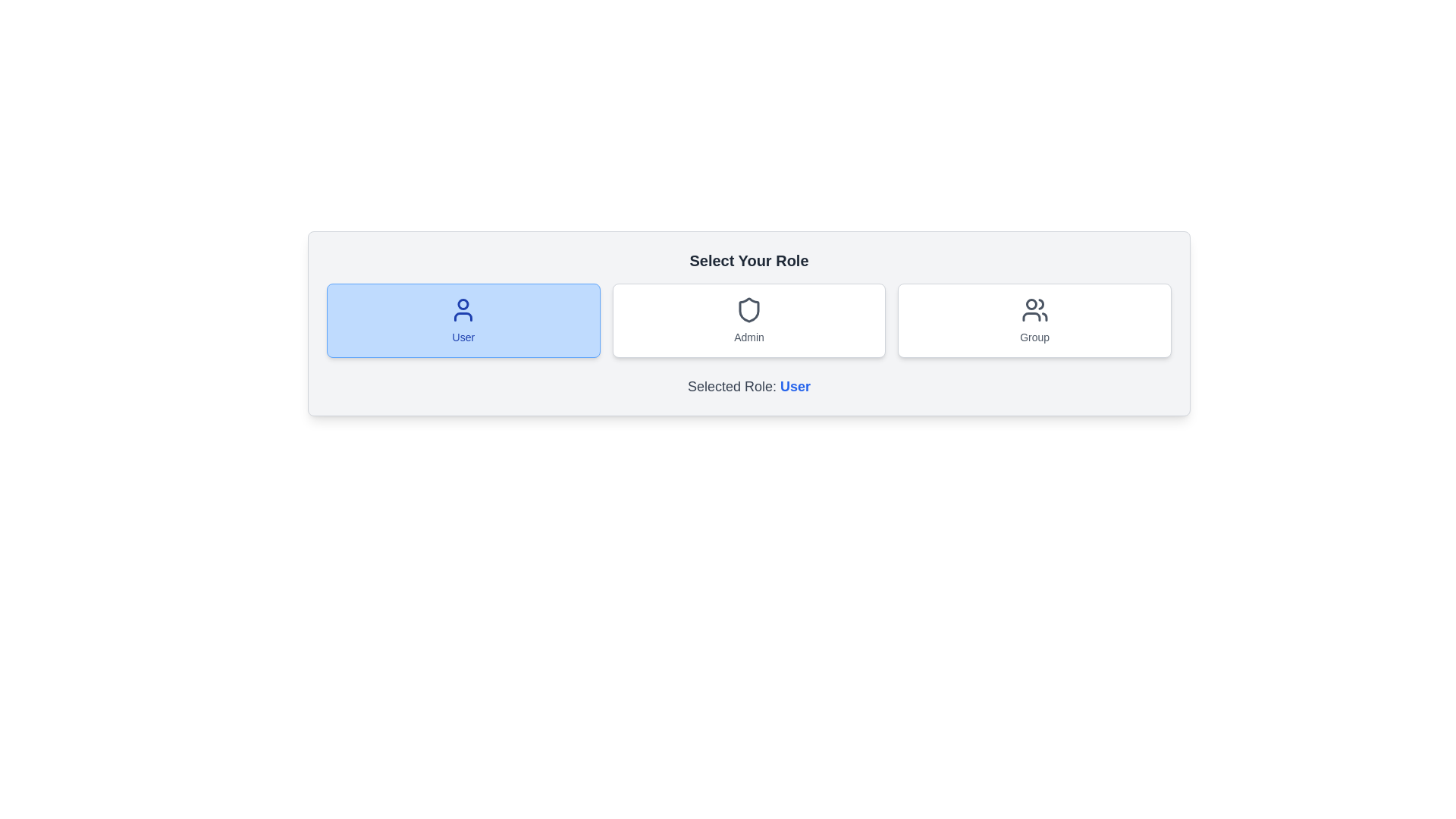  I want to click on the role User by clicking on its corresponding button, so click(462, 320).